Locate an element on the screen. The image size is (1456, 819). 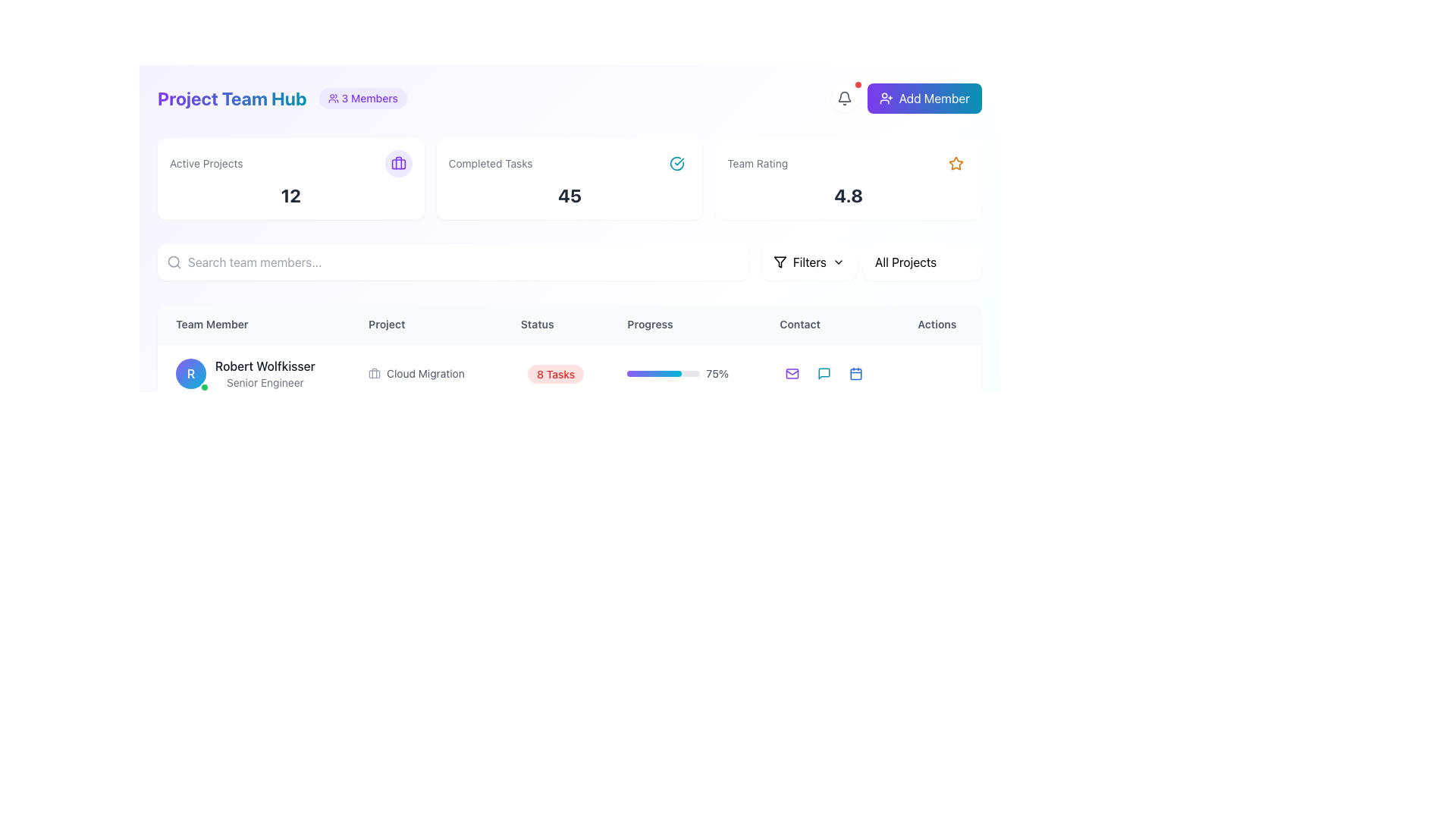
to select the first row of the interactive table that displays a team member's details in the project management interface is located at coordinates (569, 373).